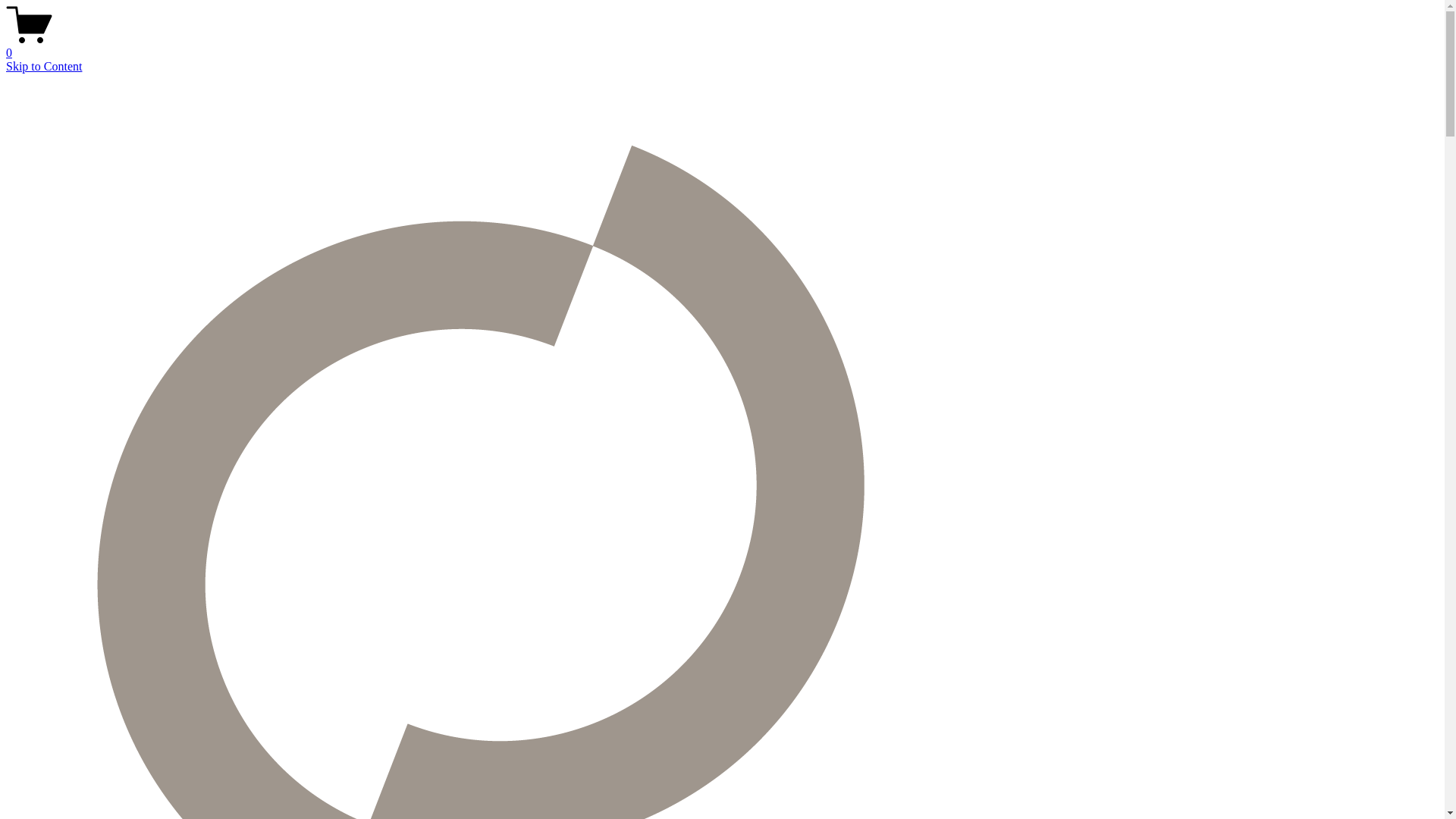 The image size is (1456, 819). I want to click on 'Skip to Content', so click(43, 65).